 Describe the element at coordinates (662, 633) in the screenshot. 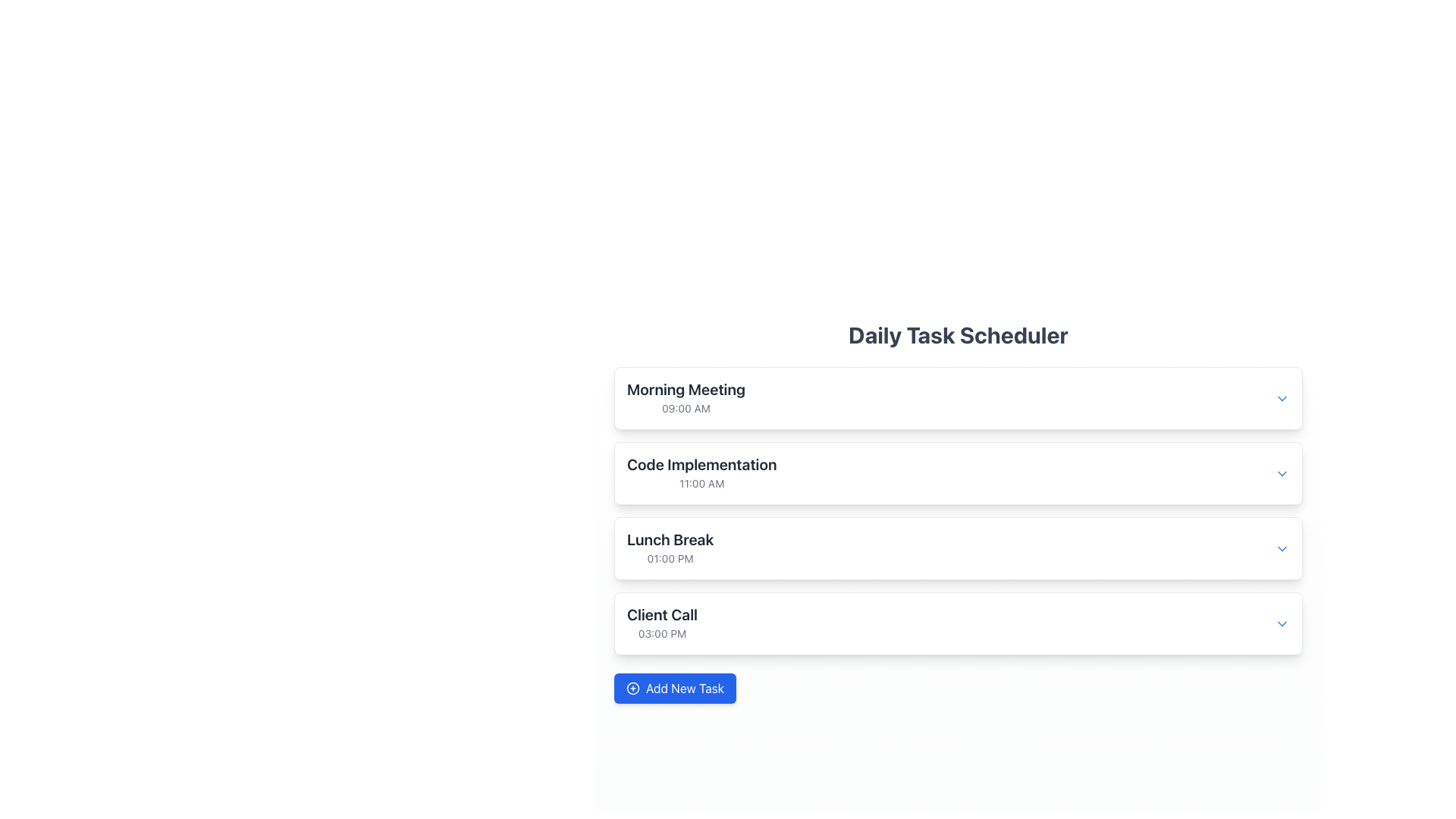

I see `text displayed in the text label that shows the scheduled time for the 'Client Call' task, located in the fourth card of the task list under the title 'Client Call'` at that location.